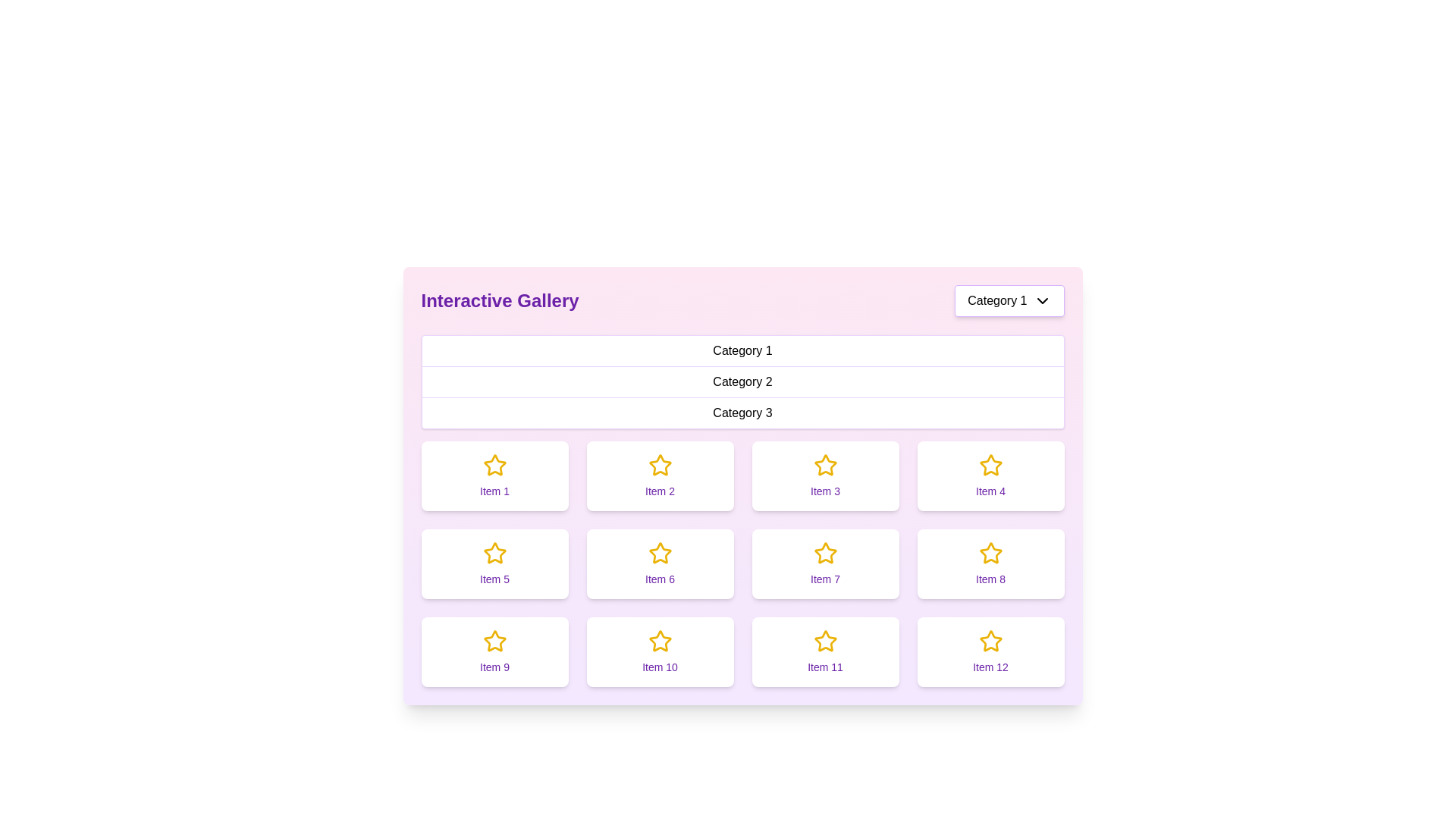  I want to click on the 'Item 6' card, which is located, so click(660, 564).